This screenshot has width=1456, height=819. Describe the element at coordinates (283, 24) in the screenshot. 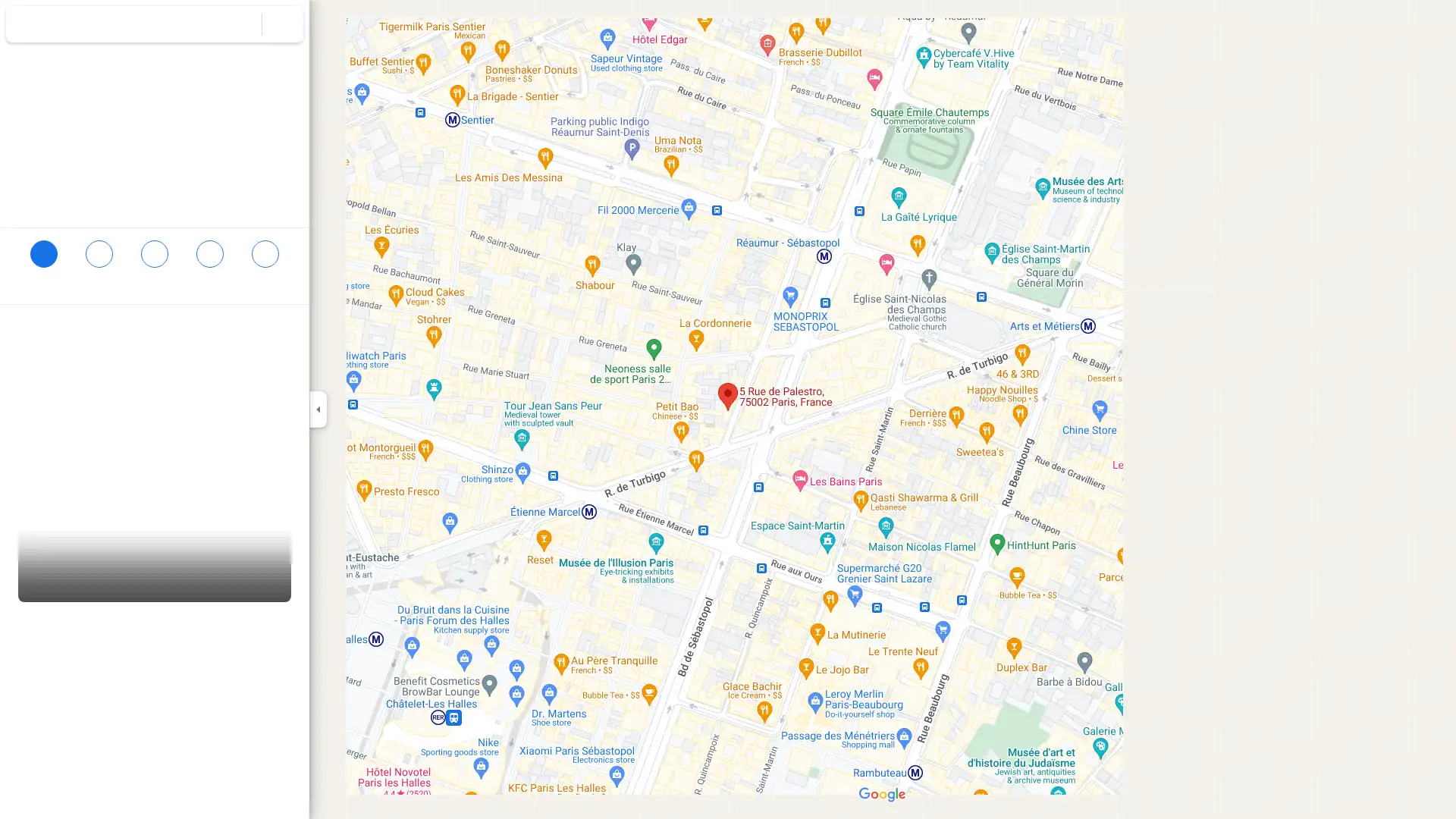

I see `Clear search` at that location.